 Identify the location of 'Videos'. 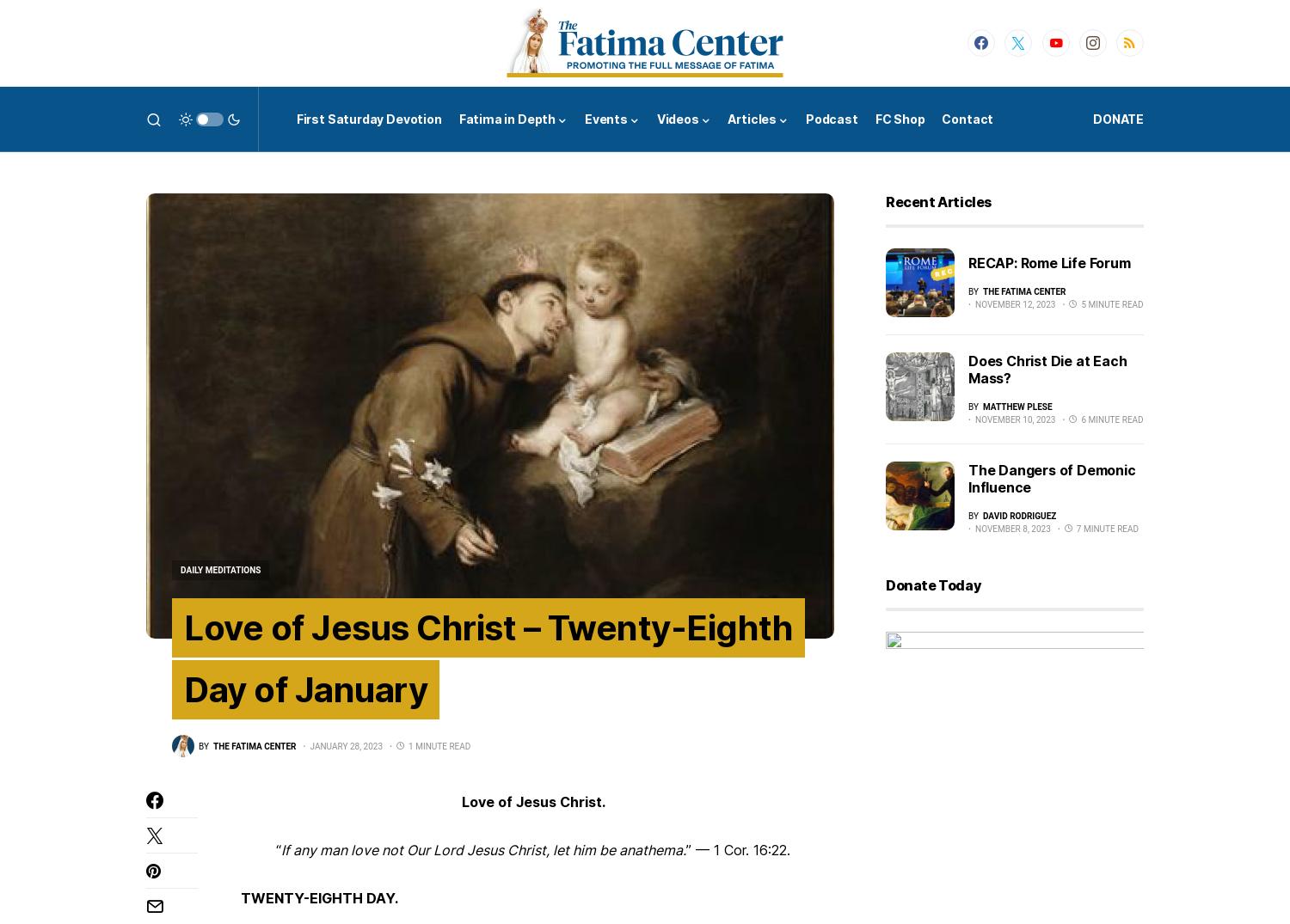
(677, 118).